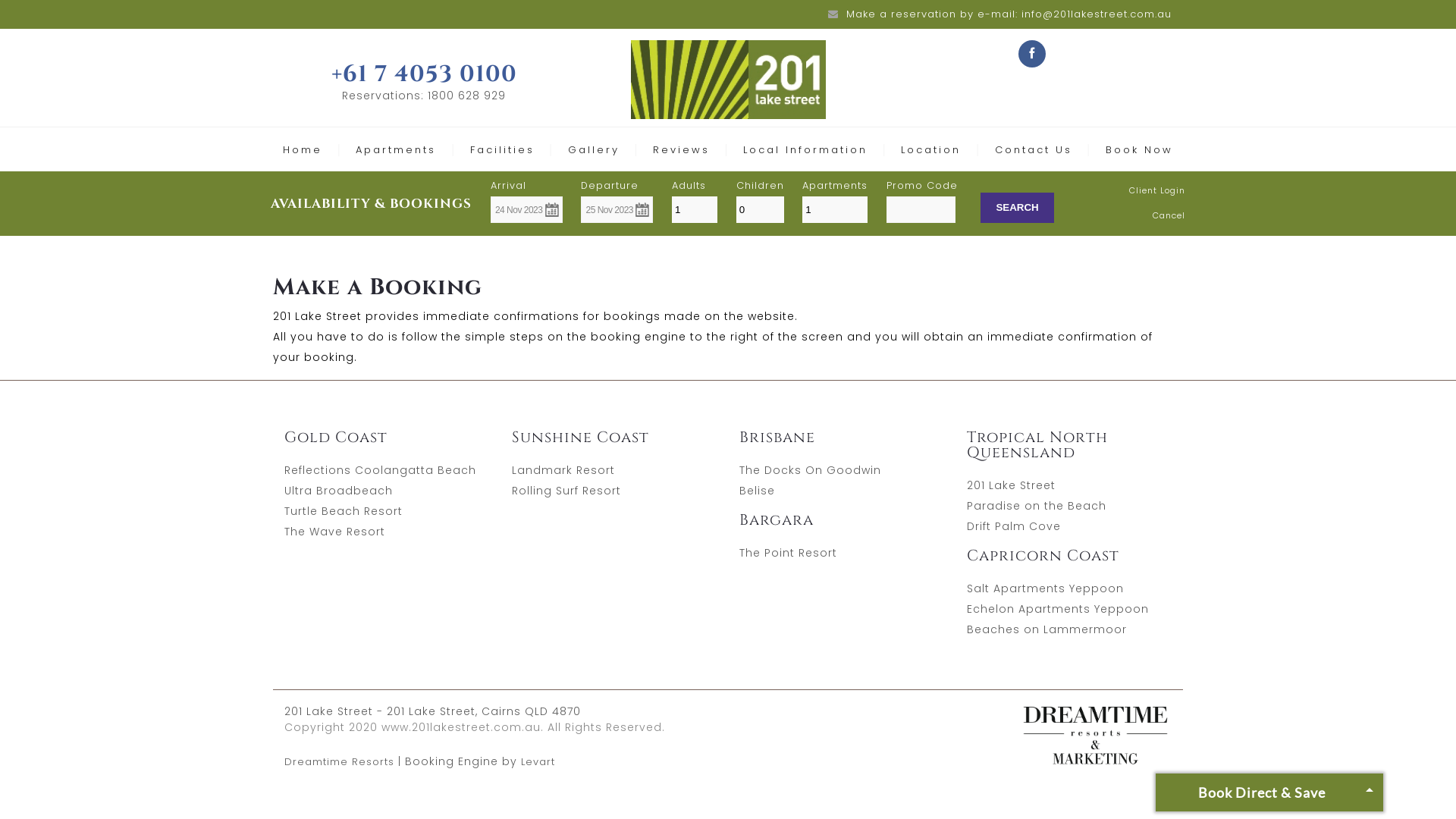 This screenshot has width=1456, height=819. Describe the element at coordinates (1036, 506) in the screenshot. I see `'Paradise on the Beach'` at that location.